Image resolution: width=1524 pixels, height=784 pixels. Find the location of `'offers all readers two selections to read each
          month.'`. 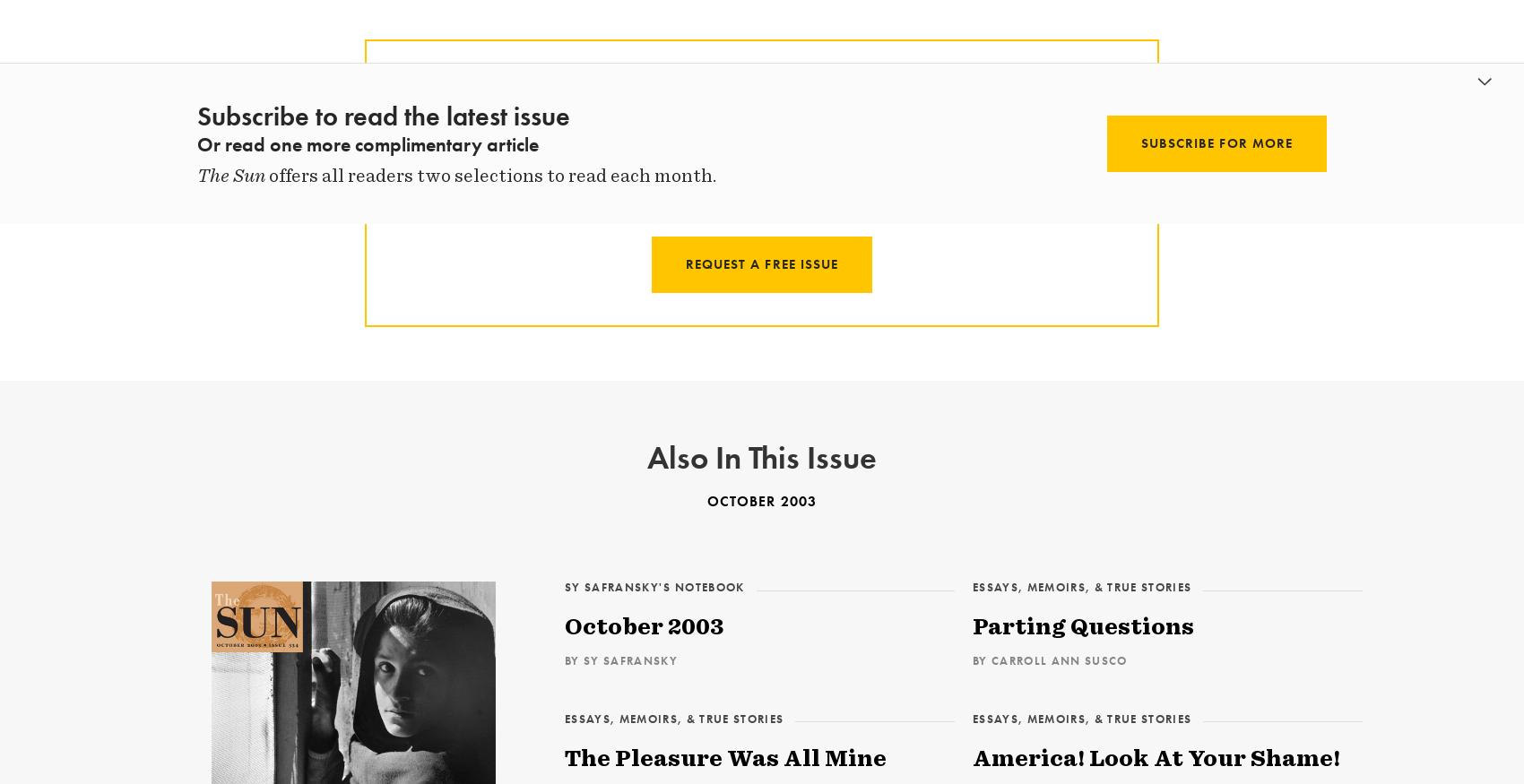

'offers all readers two selections to read each
          month.' is located at coordinates (489, 175).